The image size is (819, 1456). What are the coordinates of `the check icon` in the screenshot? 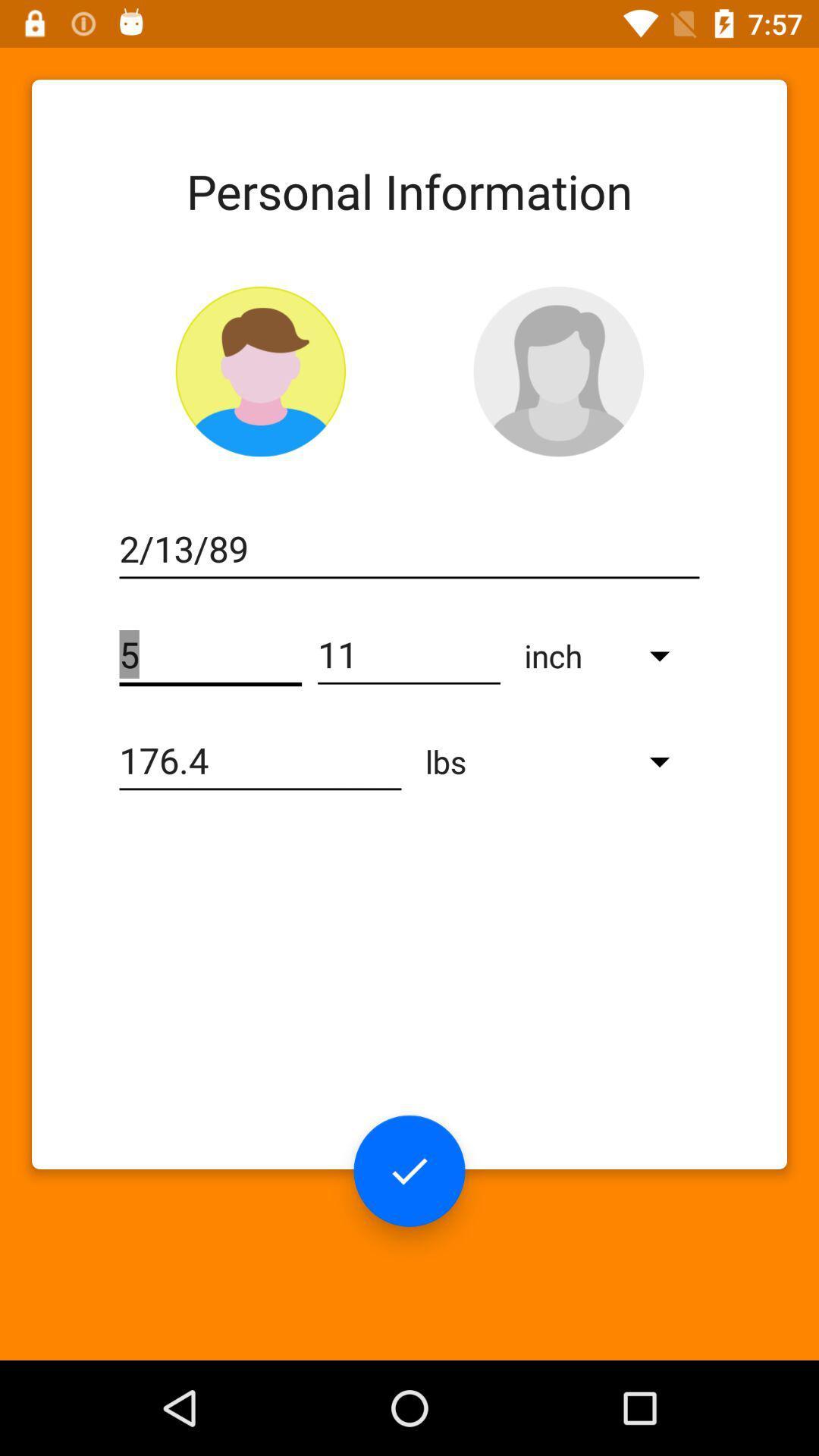 It's located at (409, 1170).